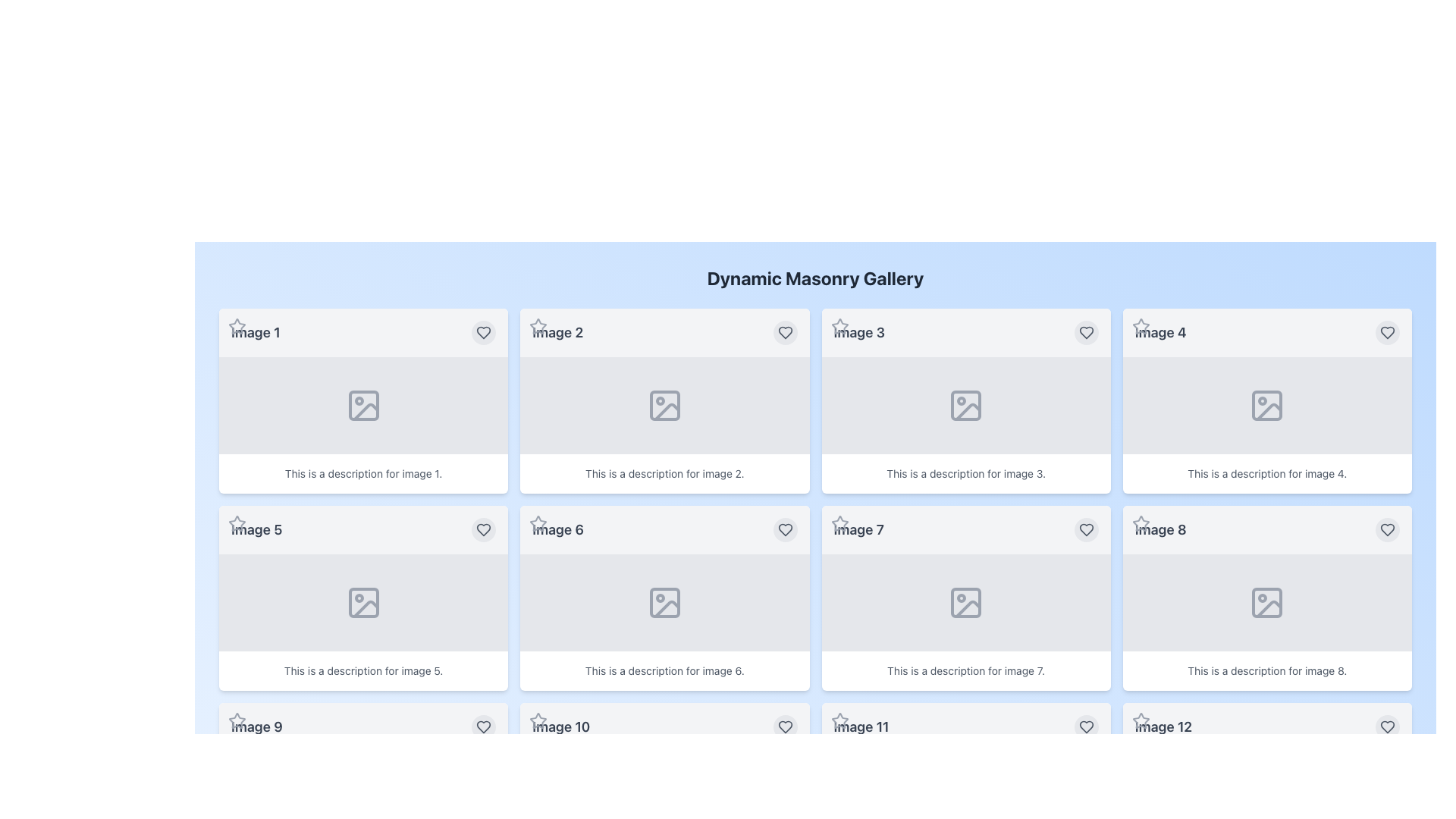 The width and height of the screenshot is (1456, 819). I want to click on the Star icon located at the top-left corner of the card labeled 'Image 9', so click(236, 720).